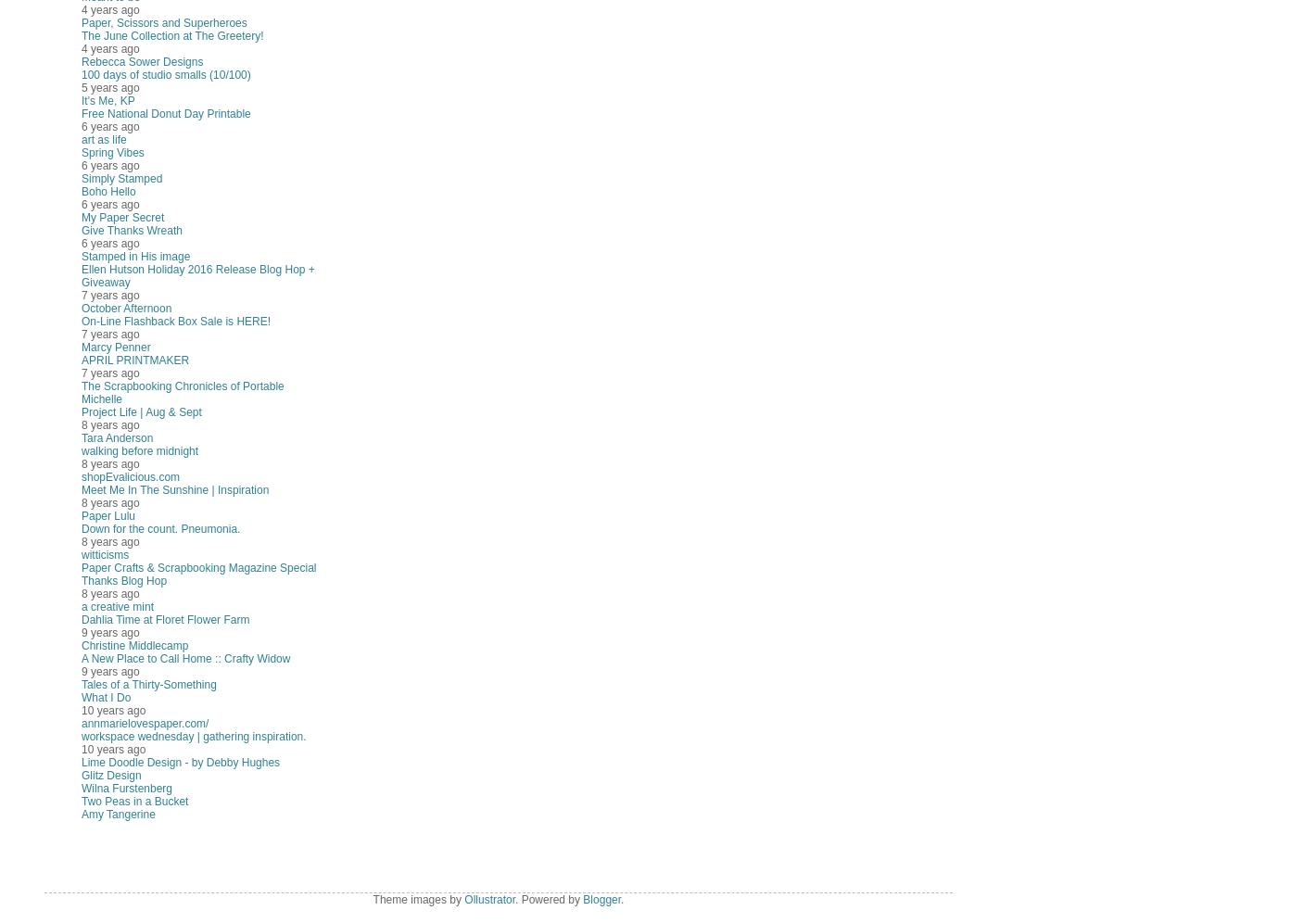  Describe the element at coordinates (82, 412) in the screenshot. I see `'Project Life | Aug & Sept'` at that location.